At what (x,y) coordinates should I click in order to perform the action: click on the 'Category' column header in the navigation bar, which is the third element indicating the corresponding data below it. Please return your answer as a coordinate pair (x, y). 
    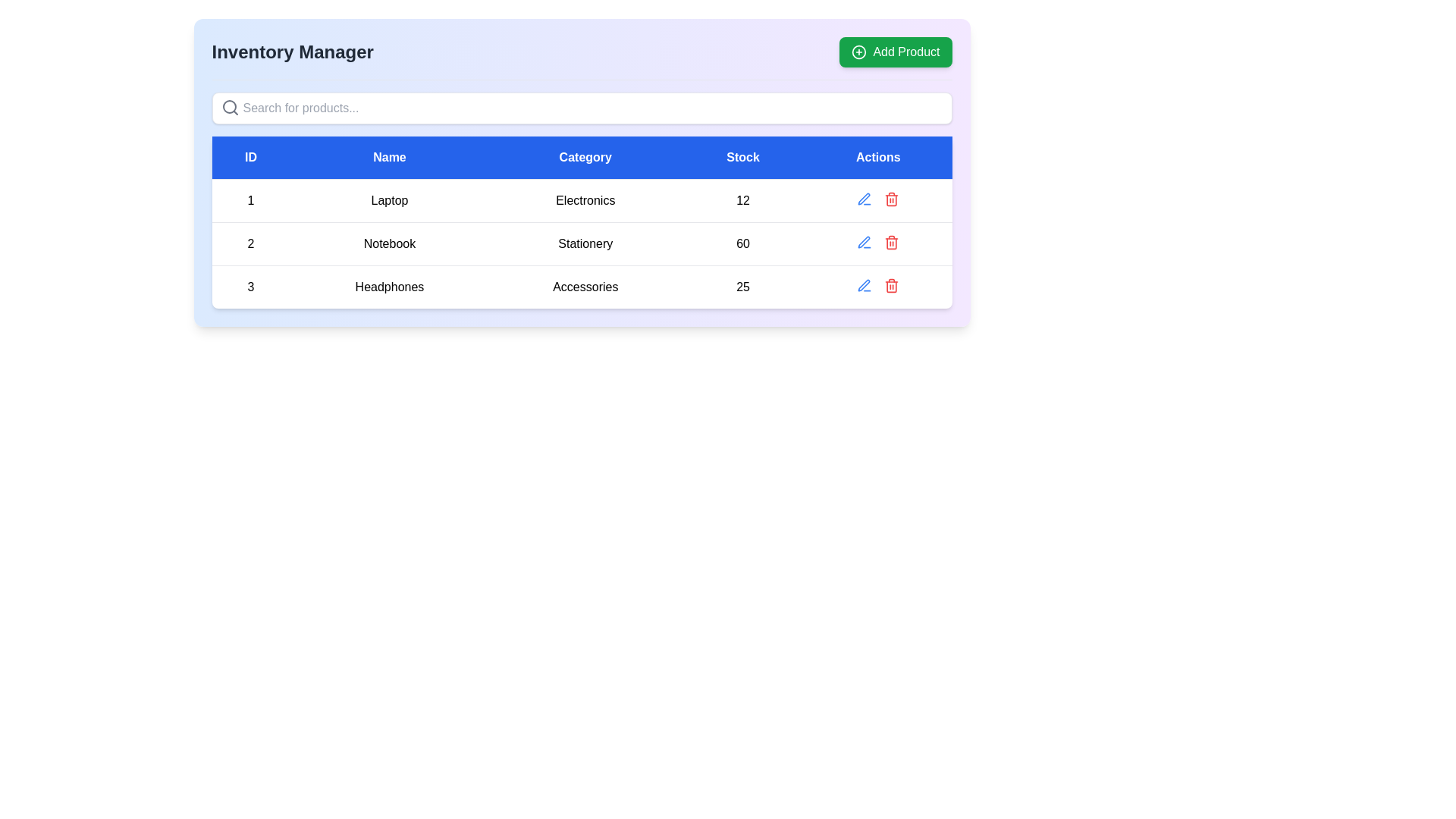
    Looking at the image, I should click on (585, 158).